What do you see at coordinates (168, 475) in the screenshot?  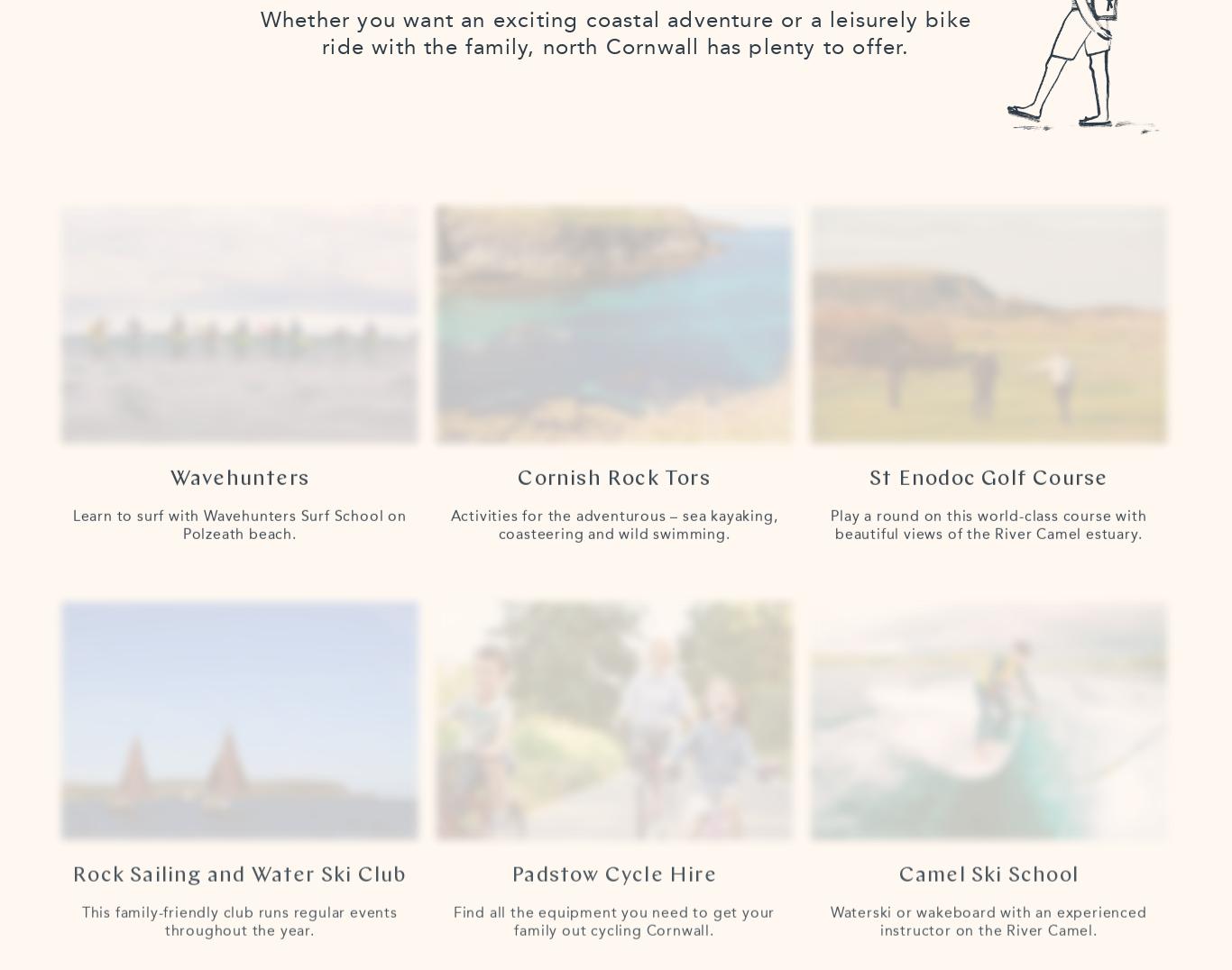 I see `'Wavehunters'` at bounding box center [168, 475].